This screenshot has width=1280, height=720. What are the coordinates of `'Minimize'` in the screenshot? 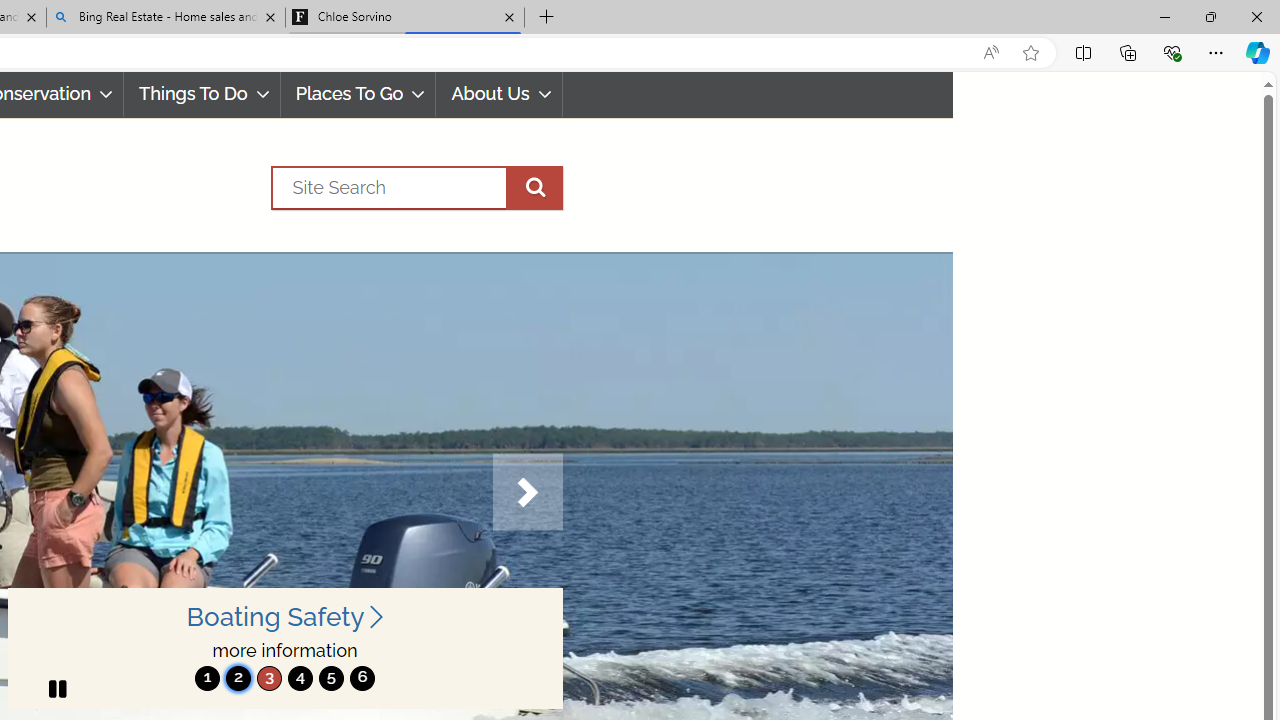 It's located at (1164, 16).